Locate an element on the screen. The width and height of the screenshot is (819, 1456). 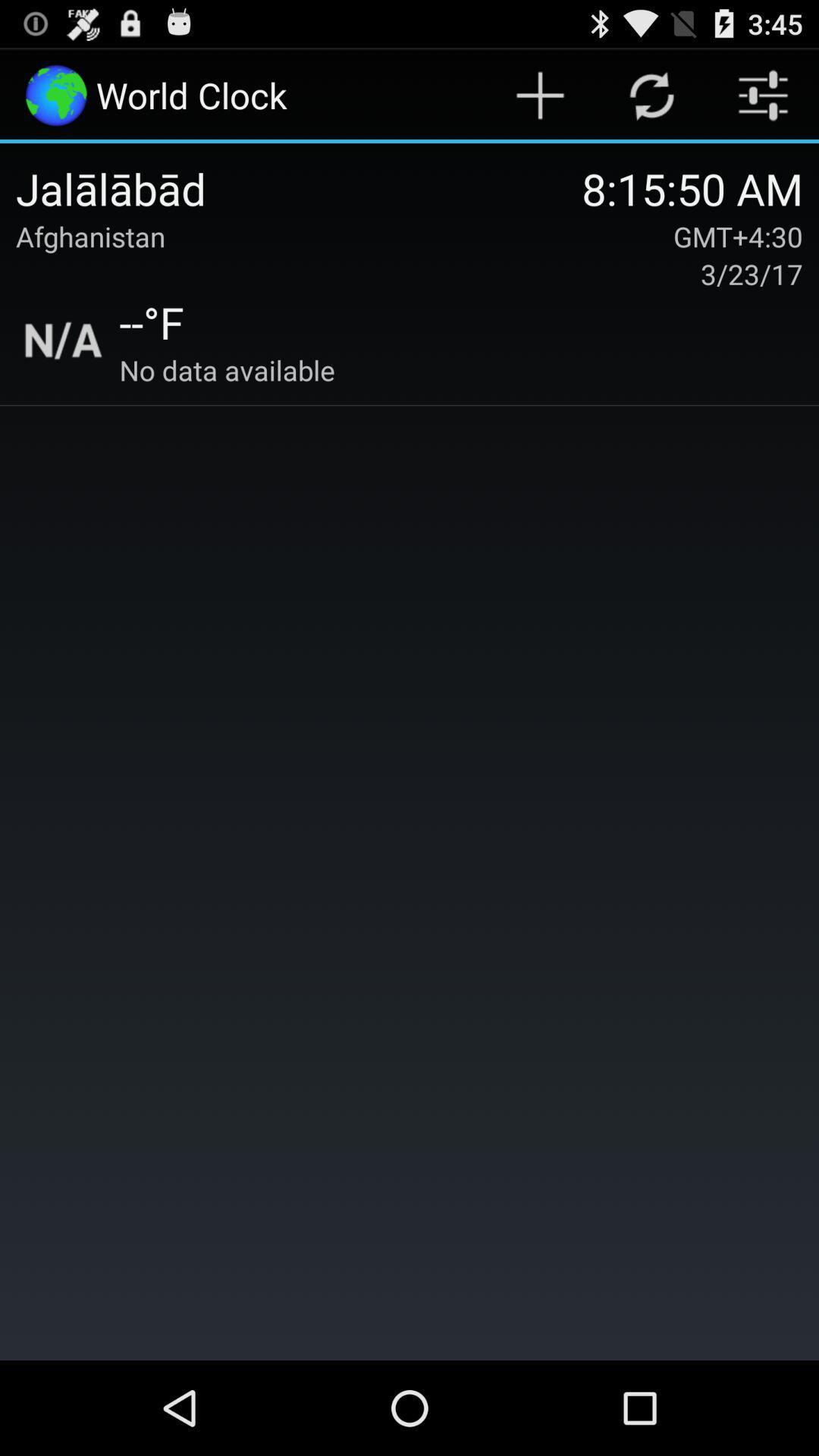
logo left side of world clock is located at coordinates (55, 94).